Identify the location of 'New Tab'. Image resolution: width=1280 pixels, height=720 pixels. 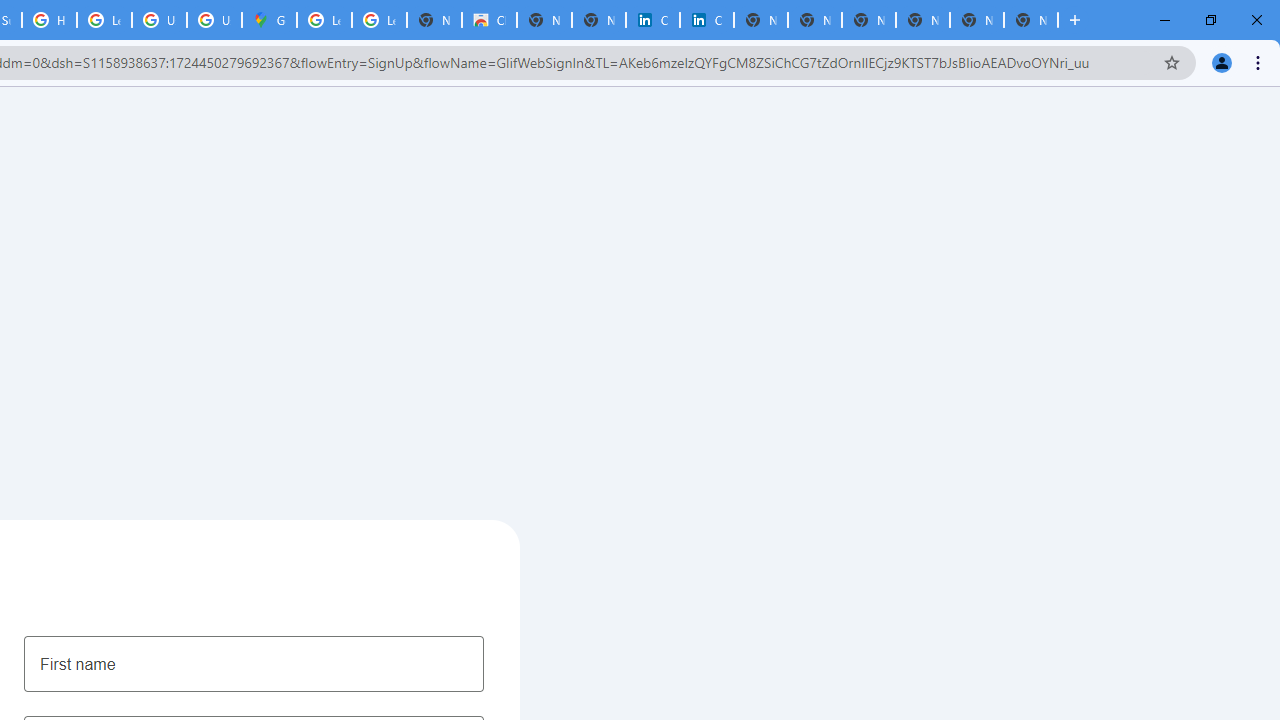
(1031, 20).